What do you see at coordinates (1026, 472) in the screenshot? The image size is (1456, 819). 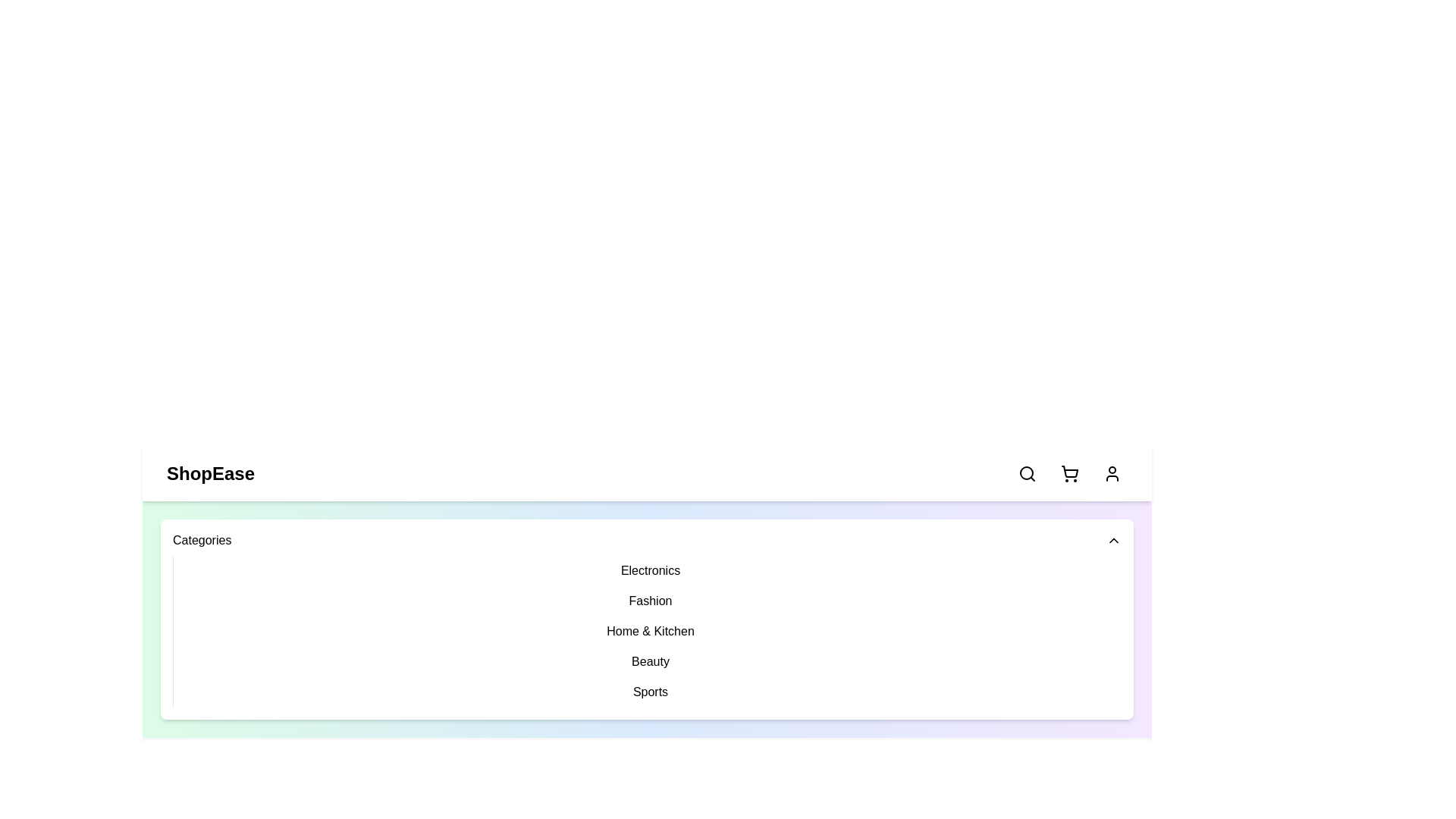 I see `the circular component inside the magnifying glass icon, which indicates search functionality, located in the top-right segment of the interface` at bounding box center [1026, 472].